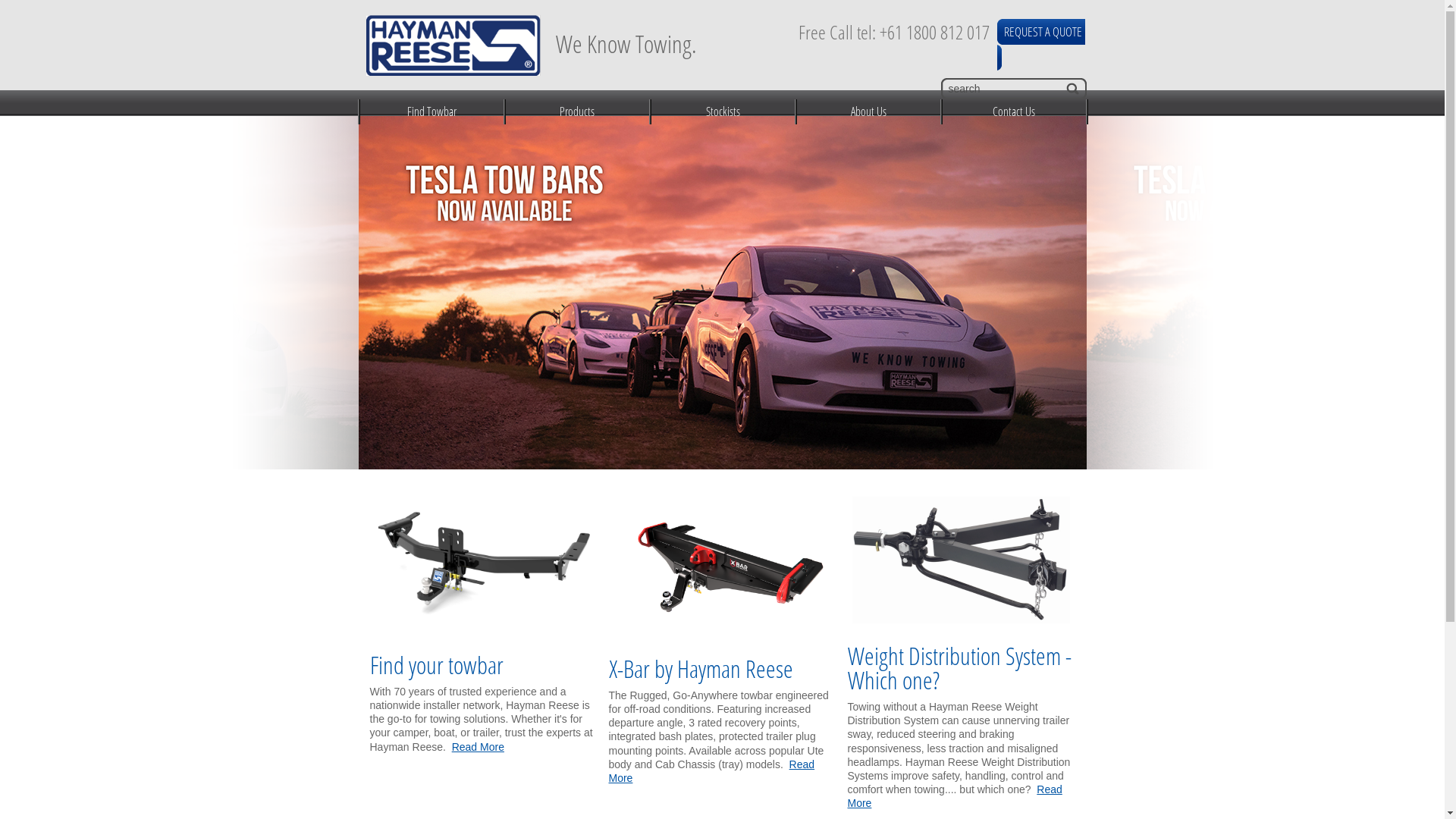 The image size is (1456, 819). I want to click on 'REQUEST A QUOTE', so click(1004, 31).